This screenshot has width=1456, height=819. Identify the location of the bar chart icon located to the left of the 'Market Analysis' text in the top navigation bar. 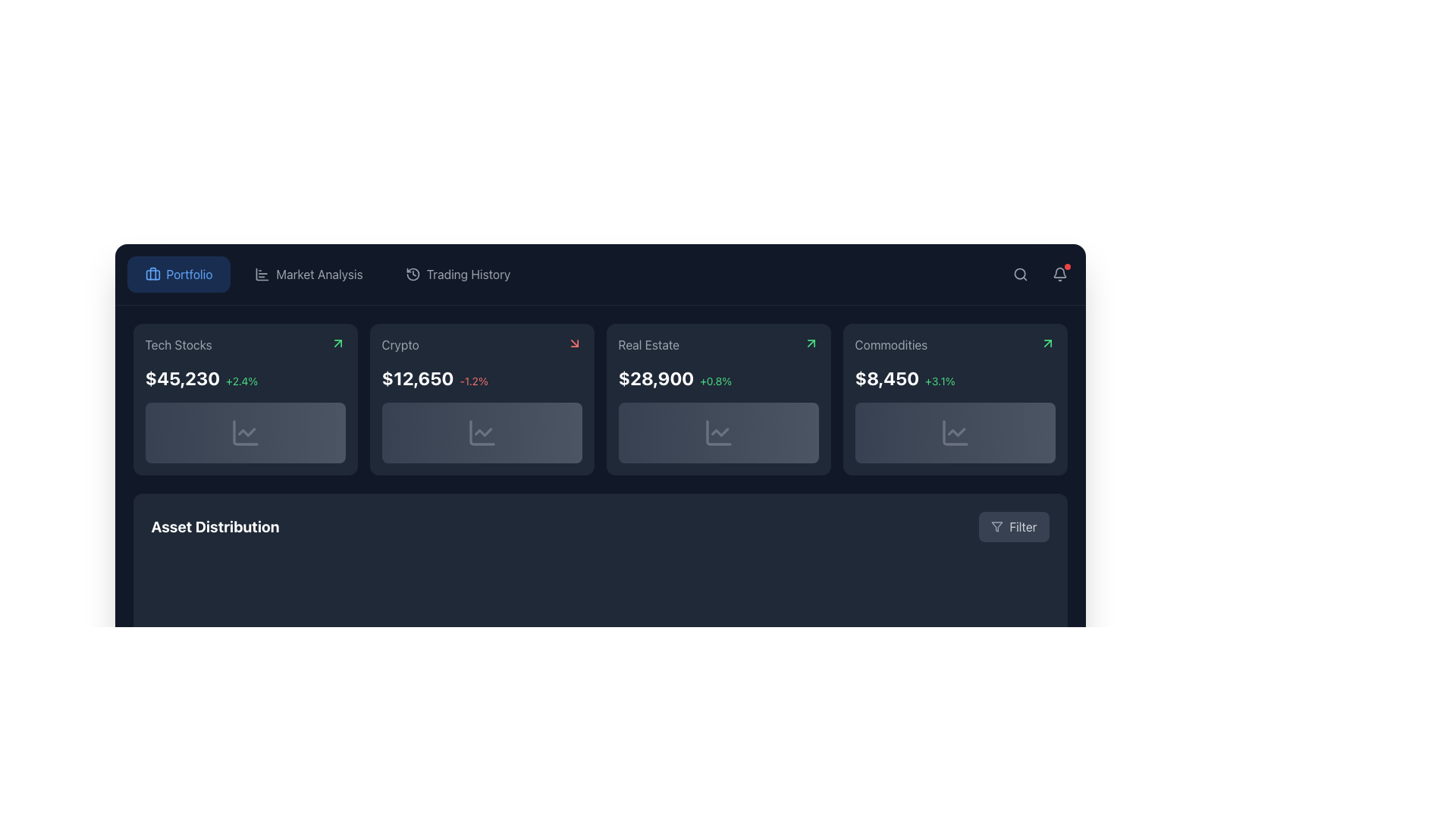
(262, 275).